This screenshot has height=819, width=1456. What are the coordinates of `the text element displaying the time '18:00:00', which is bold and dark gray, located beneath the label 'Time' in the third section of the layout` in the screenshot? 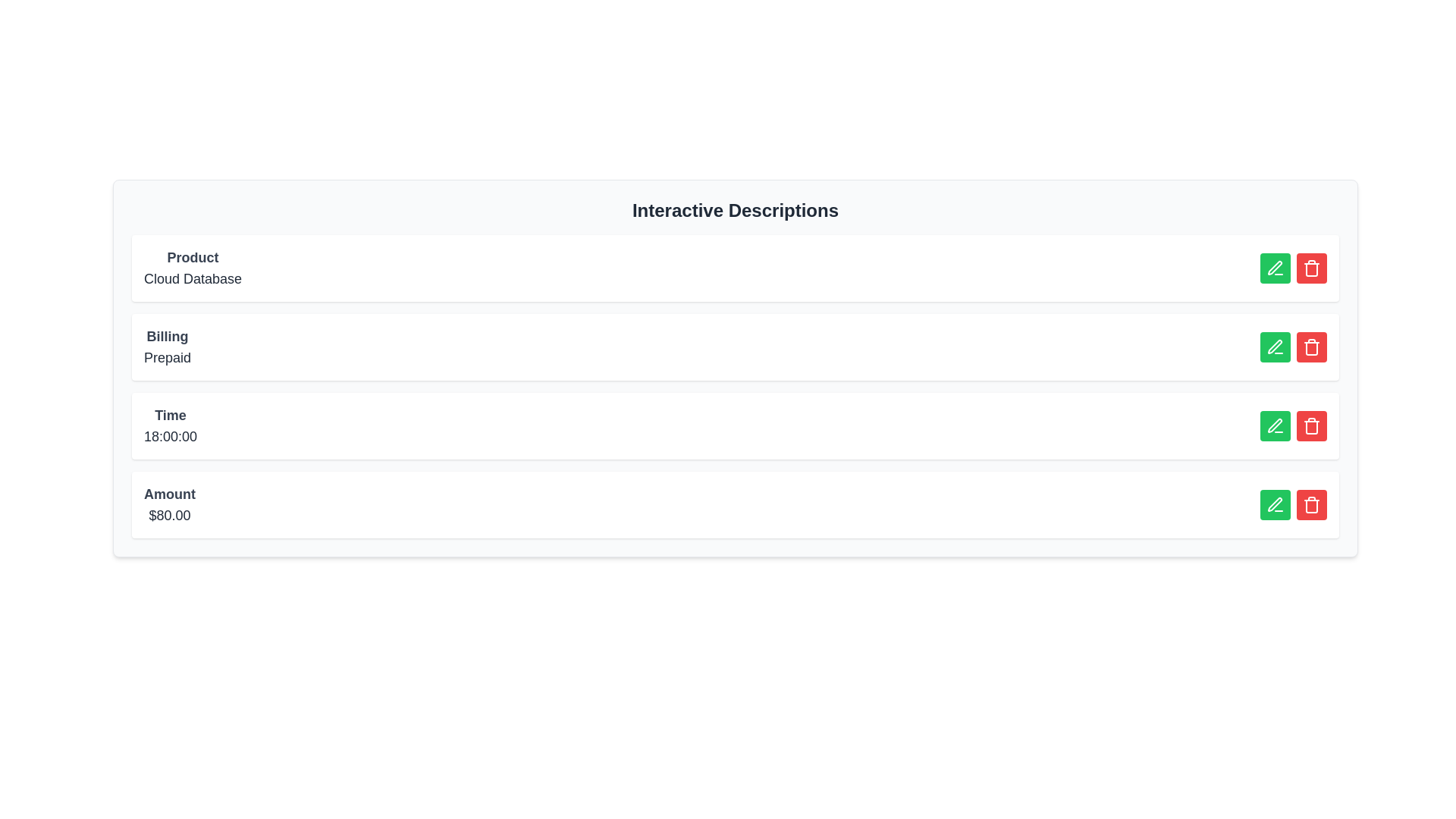 It's located at (171, 436).